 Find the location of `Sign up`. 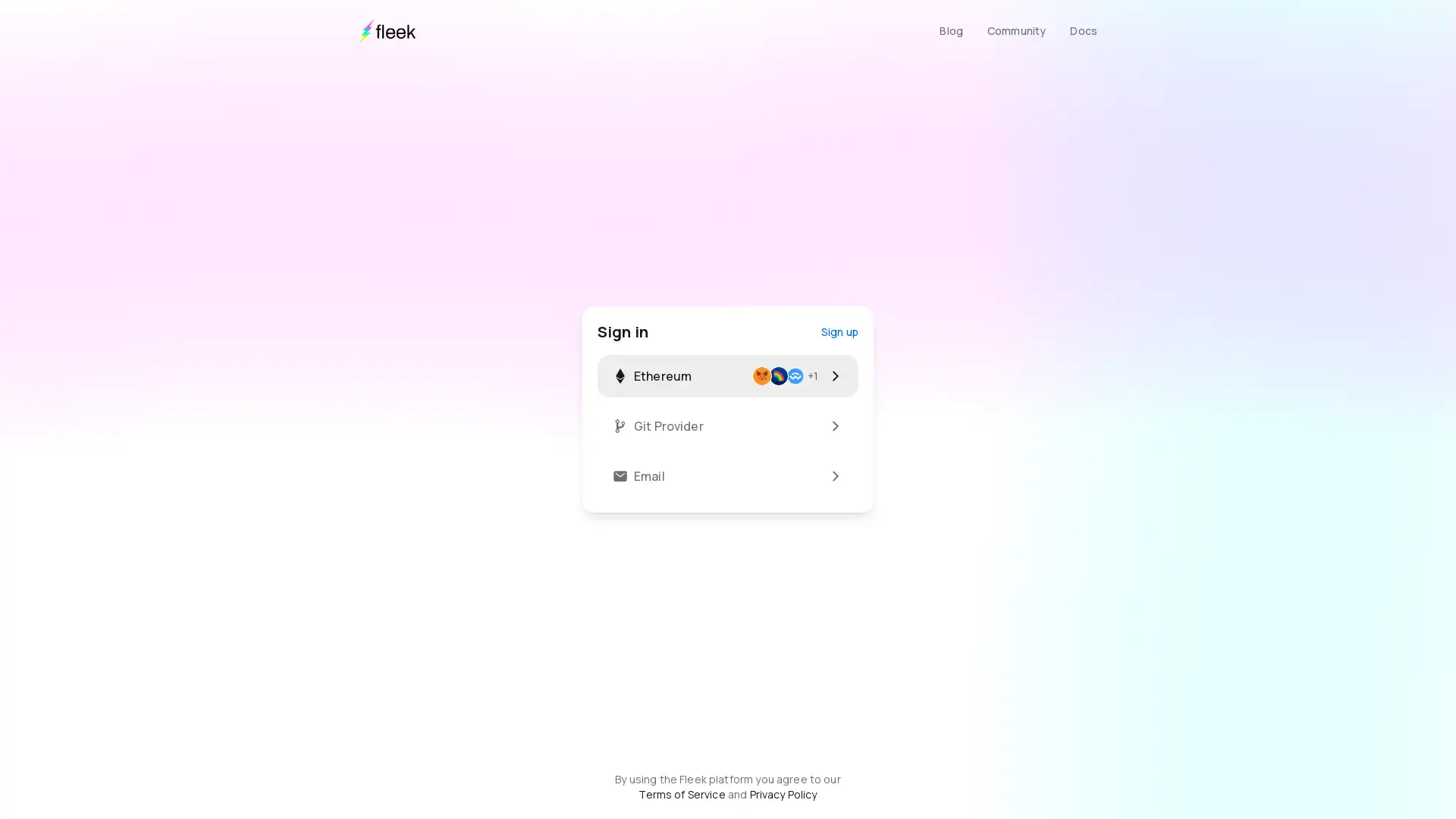

Sign up is located at coordinates (839, 331).